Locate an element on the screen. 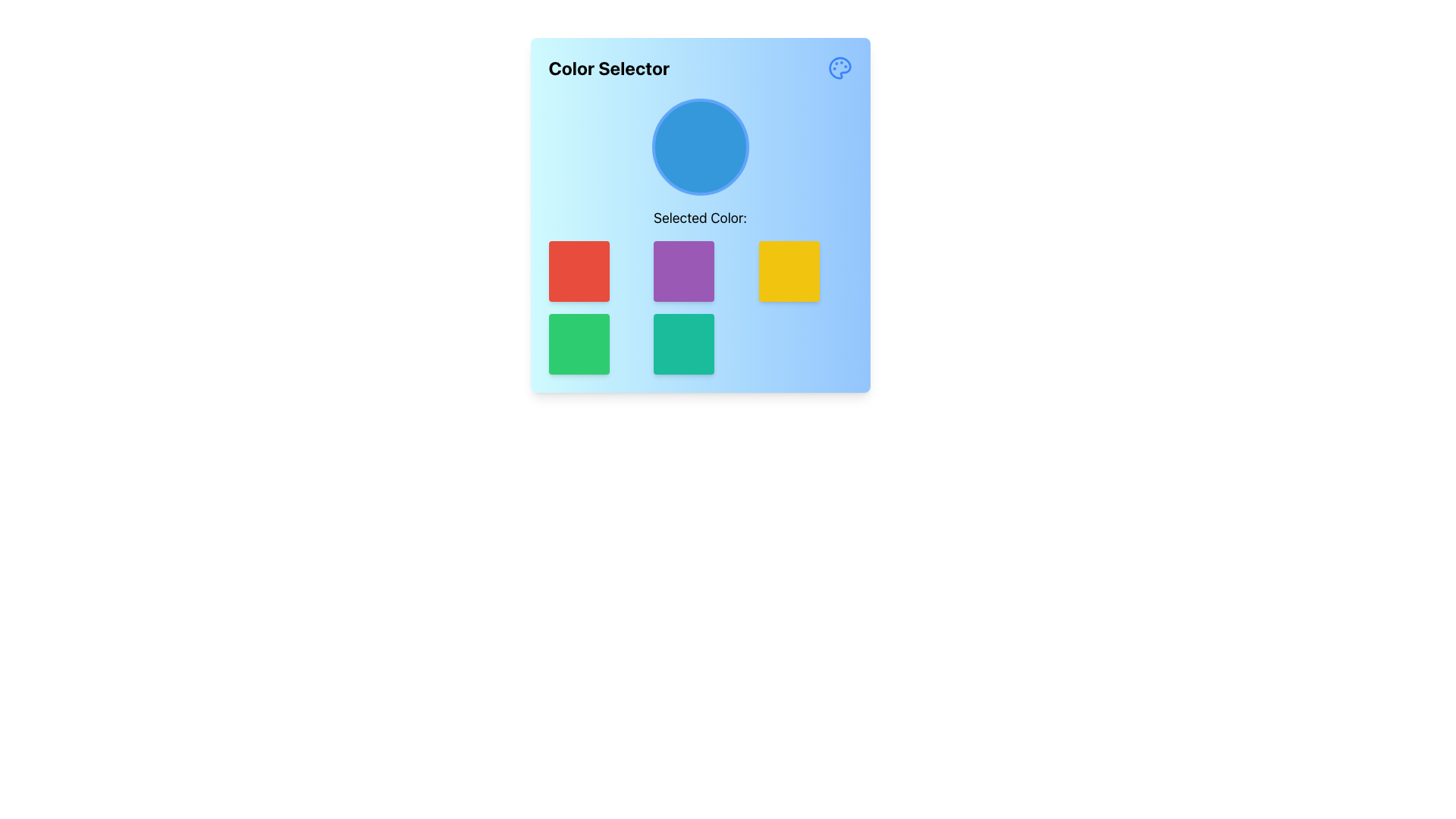 This screenshot has height=819, width=1456. the purple color selection button located in the middle column of the color selection tool to scale it is located at coordinates (699, 271).